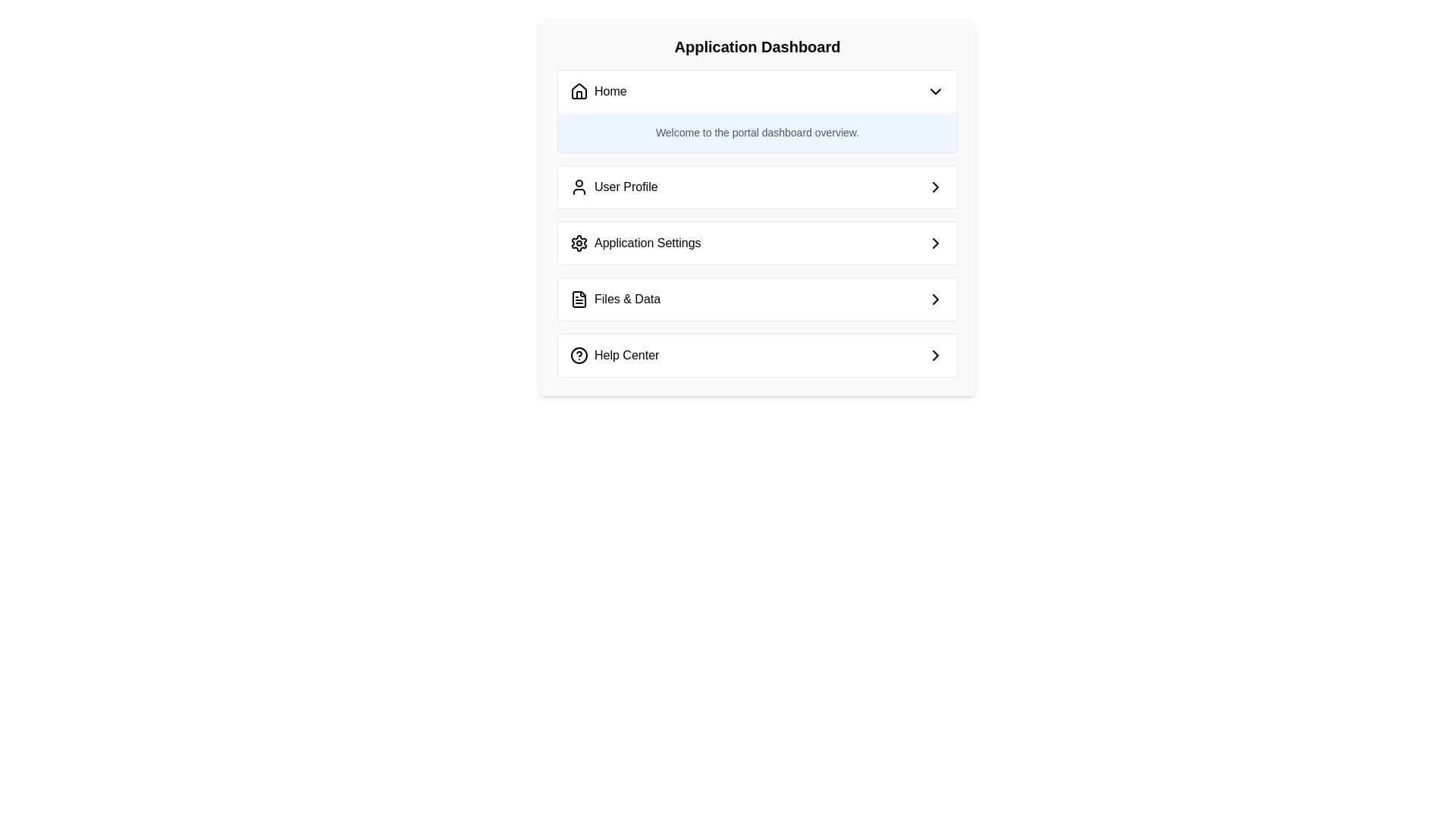  Describe the element at coordinates (934, 299) in the screenshot. I see `the rightward-pointing chevron icon button located on the right side of the 'Files & Data' list item in the 'Application Dashboard'` at that location.